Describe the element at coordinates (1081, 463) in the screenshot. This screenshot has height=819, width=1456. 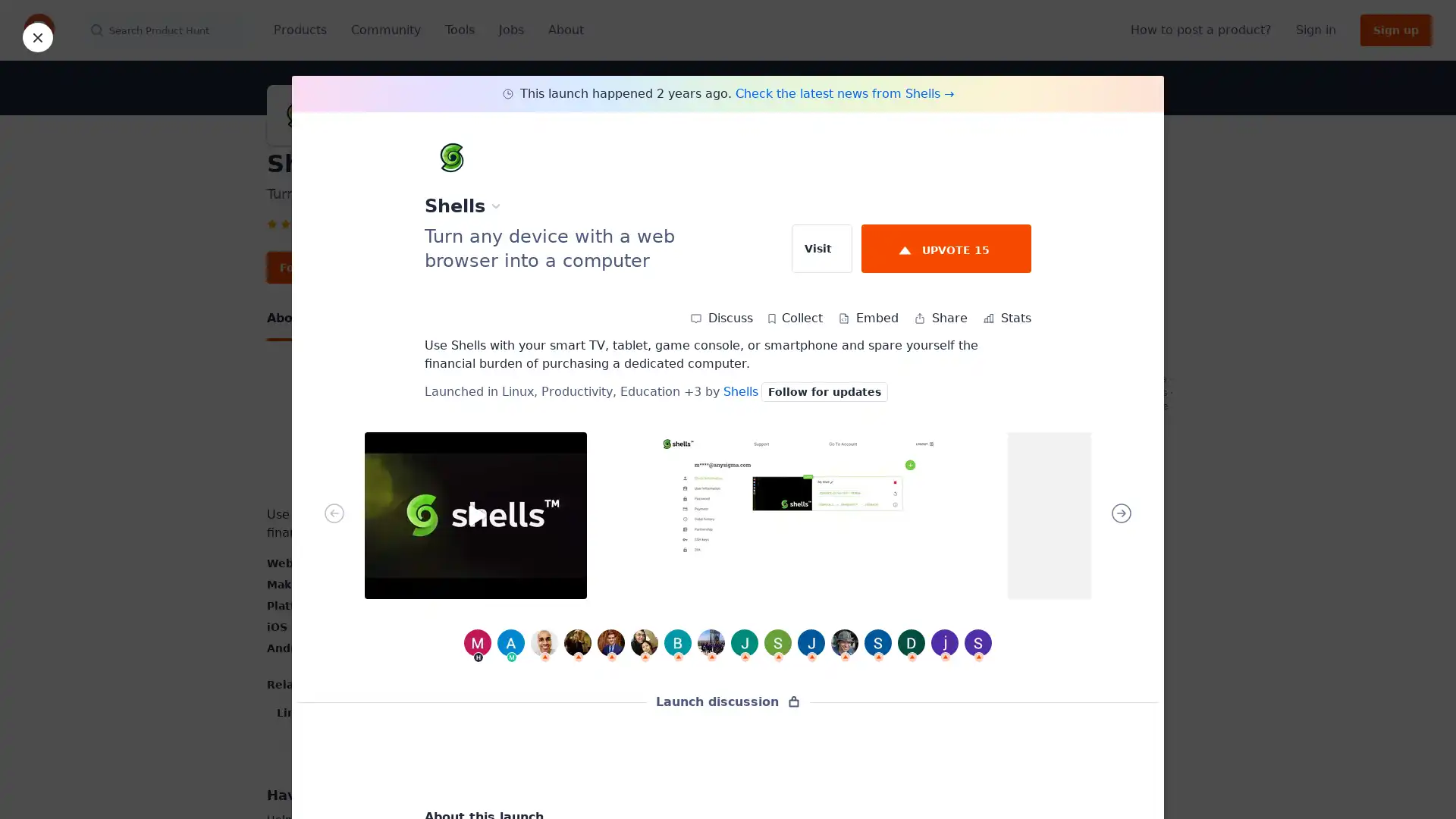
I see `Request changes to this page` at that location.